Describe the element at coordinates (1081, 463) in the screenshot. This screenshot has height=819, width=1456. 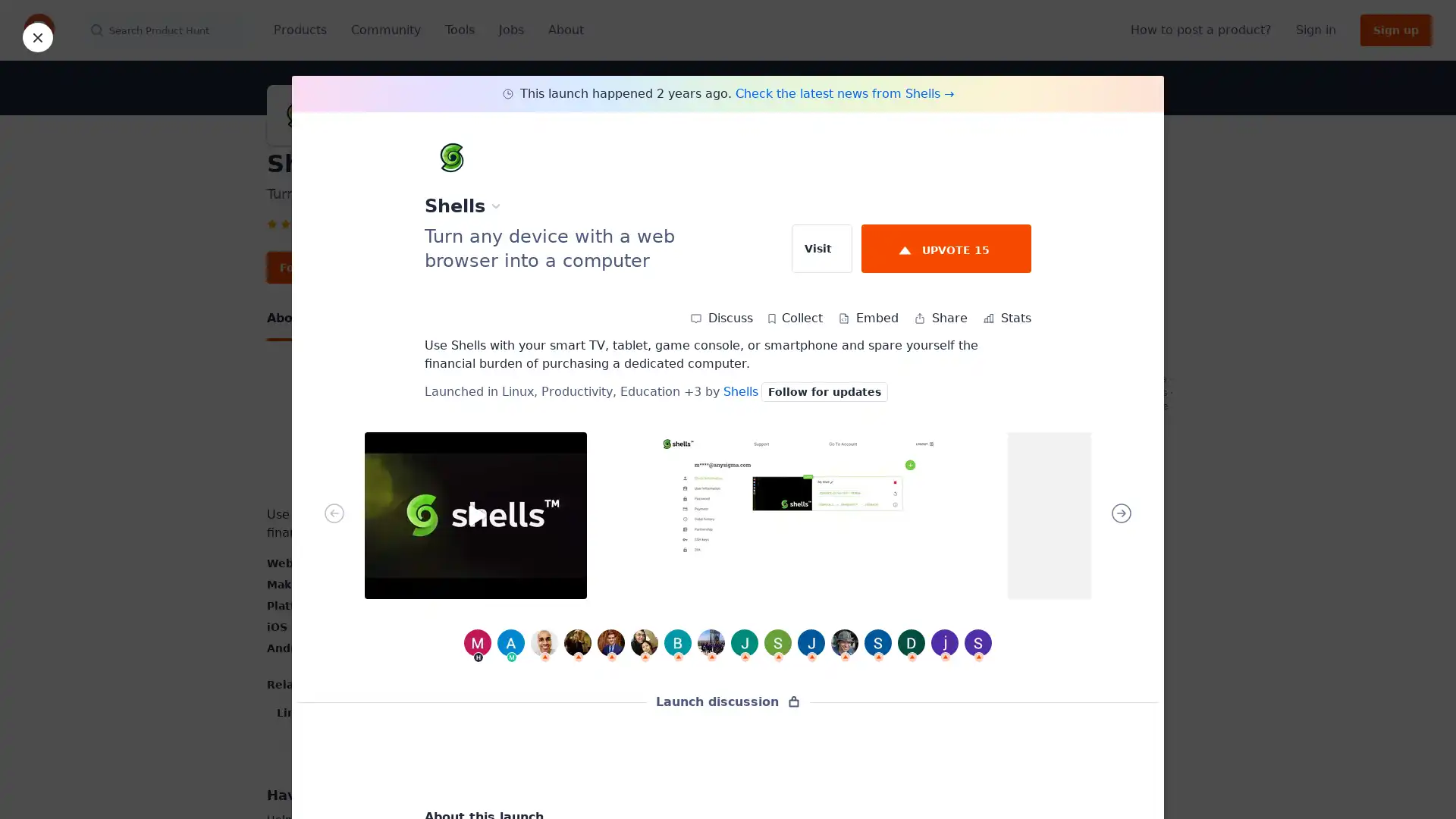
I see `Request changes to this page` at that location.